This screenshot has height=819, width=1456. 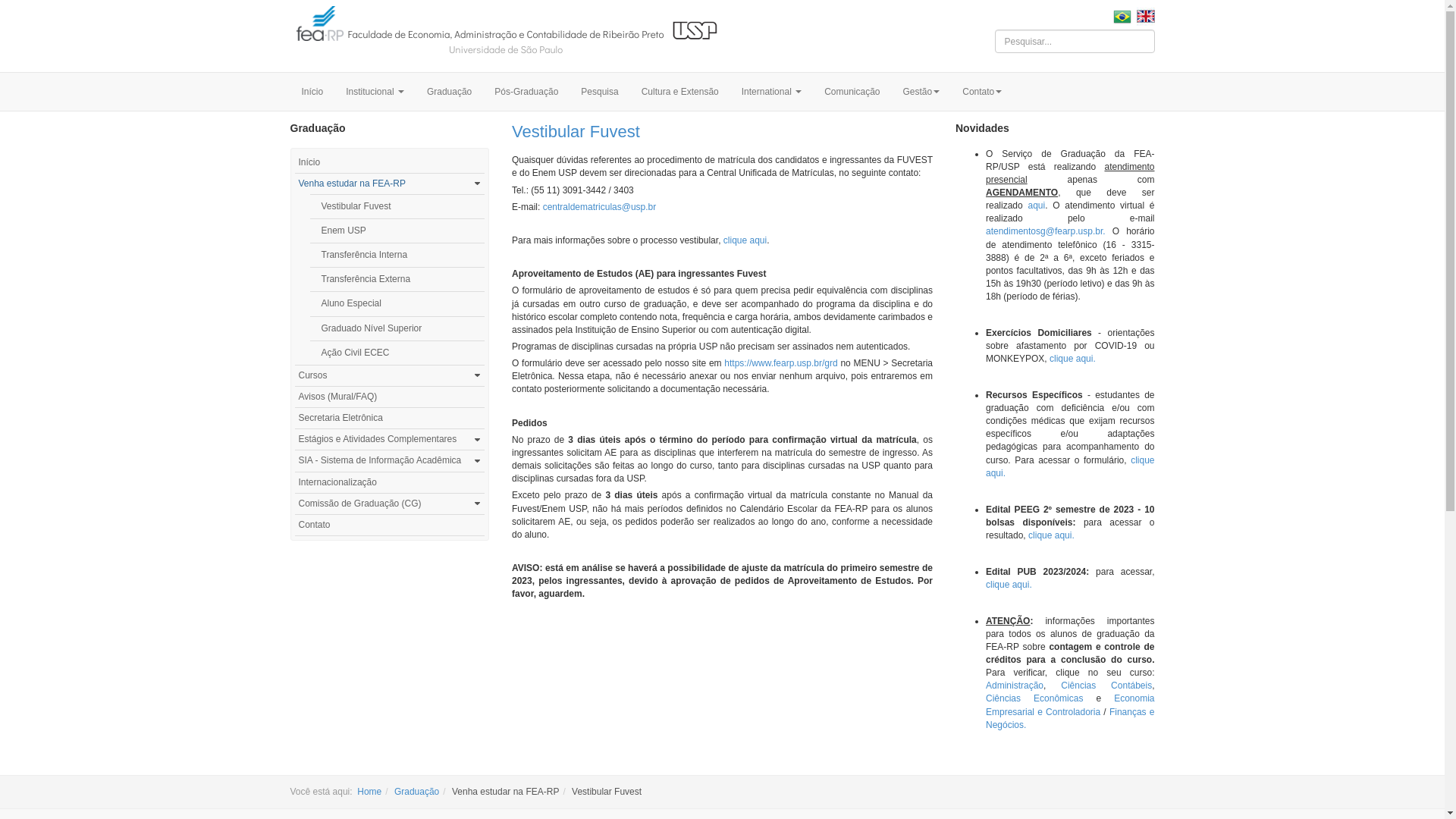 What do you see at coordinates (369, 791) in the screenshot?
I see `'Home'` at bounding box center [369, 791].